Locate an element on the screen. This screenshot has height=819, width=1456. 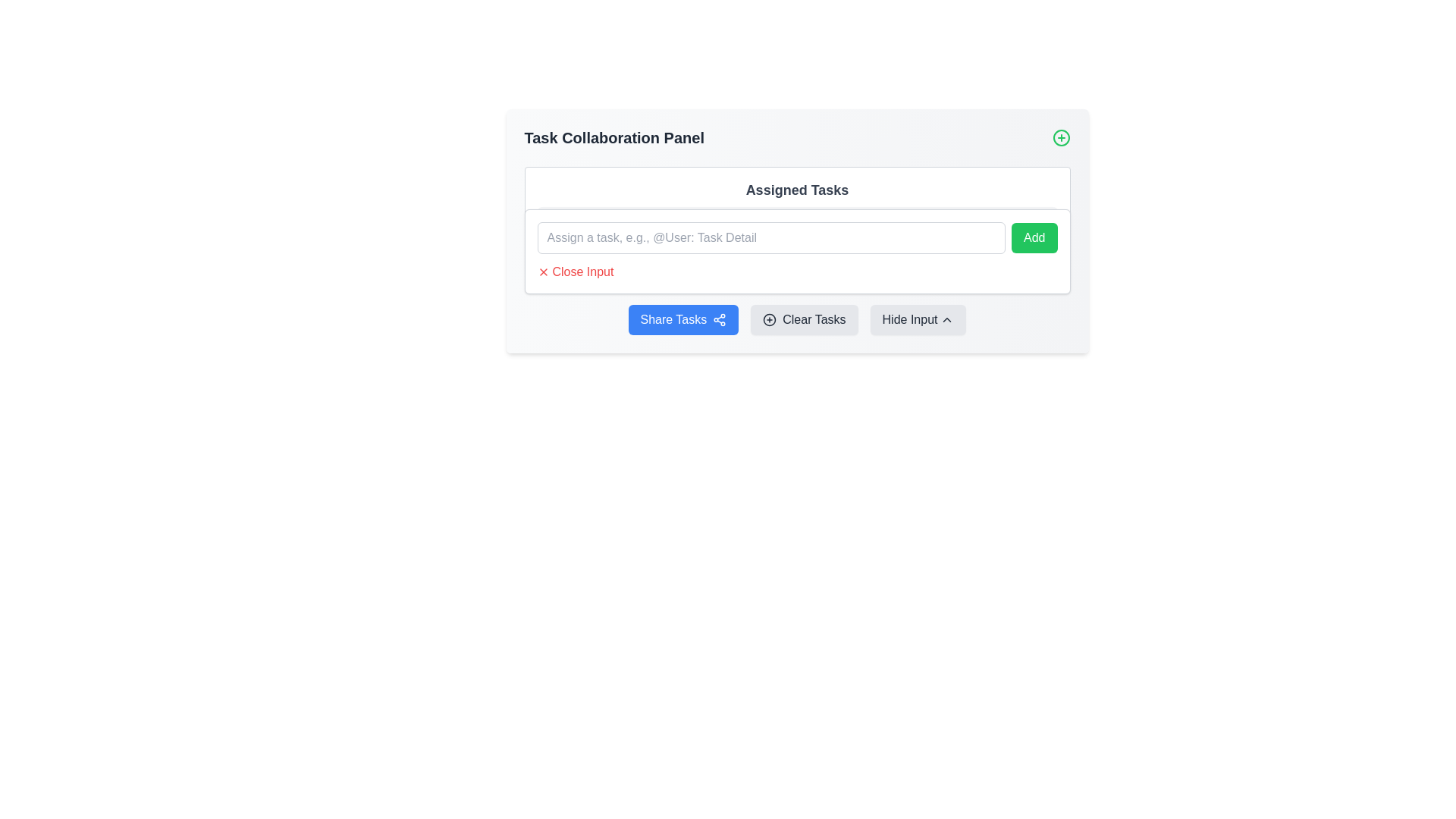
the 'Close Input' button, which is a red text label accompanied by a close action icon is located at coordinates (574, 271).